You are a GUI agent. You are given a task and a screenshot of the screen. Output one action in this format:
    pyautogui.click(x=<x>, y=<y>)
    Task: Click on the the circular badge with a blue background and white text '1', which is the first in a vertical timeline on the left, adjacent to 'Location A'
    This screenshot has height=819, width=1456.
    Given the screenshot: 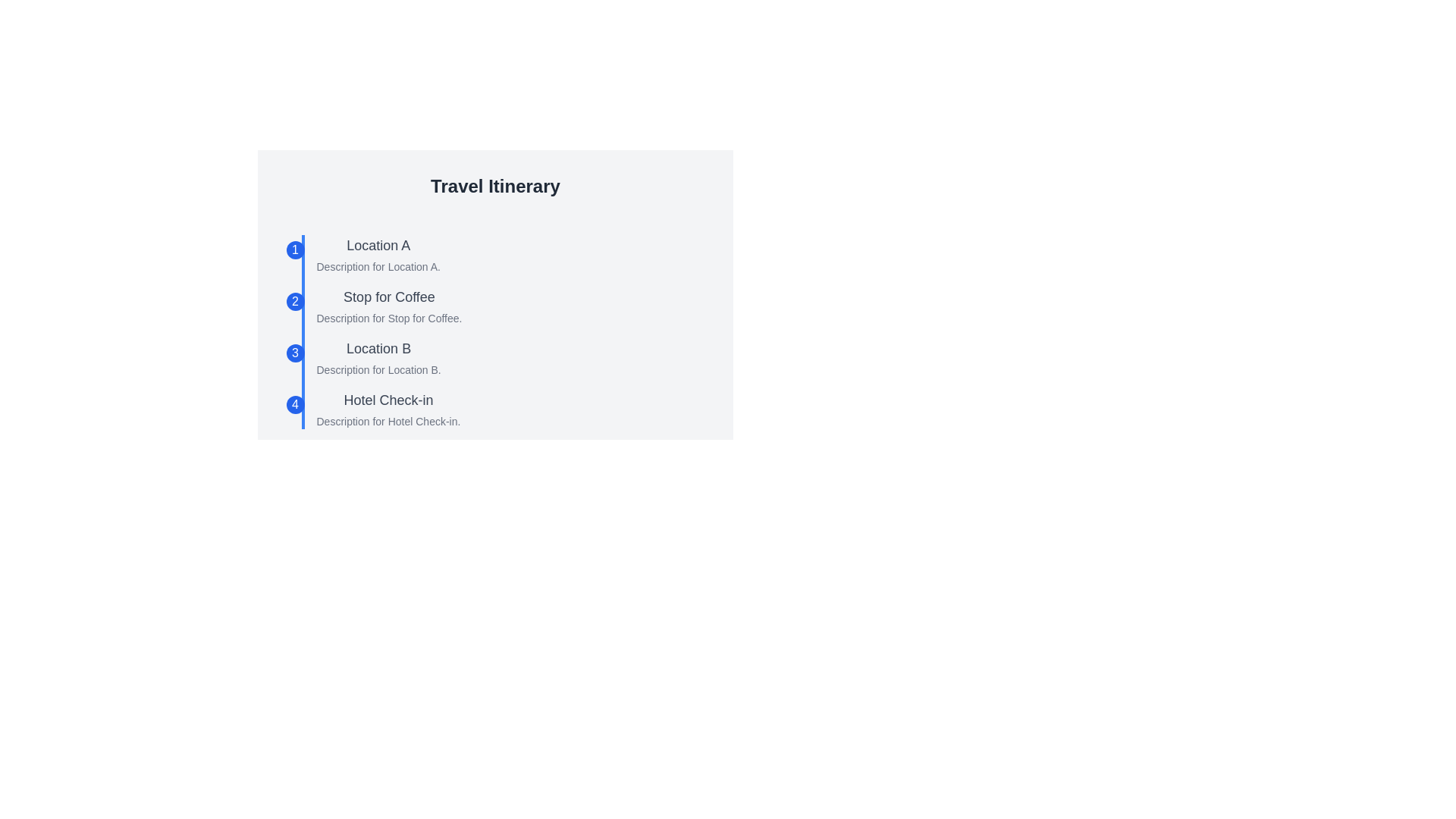 What is the action you would take?
    pyautogui.click(x=295, y=249)
    